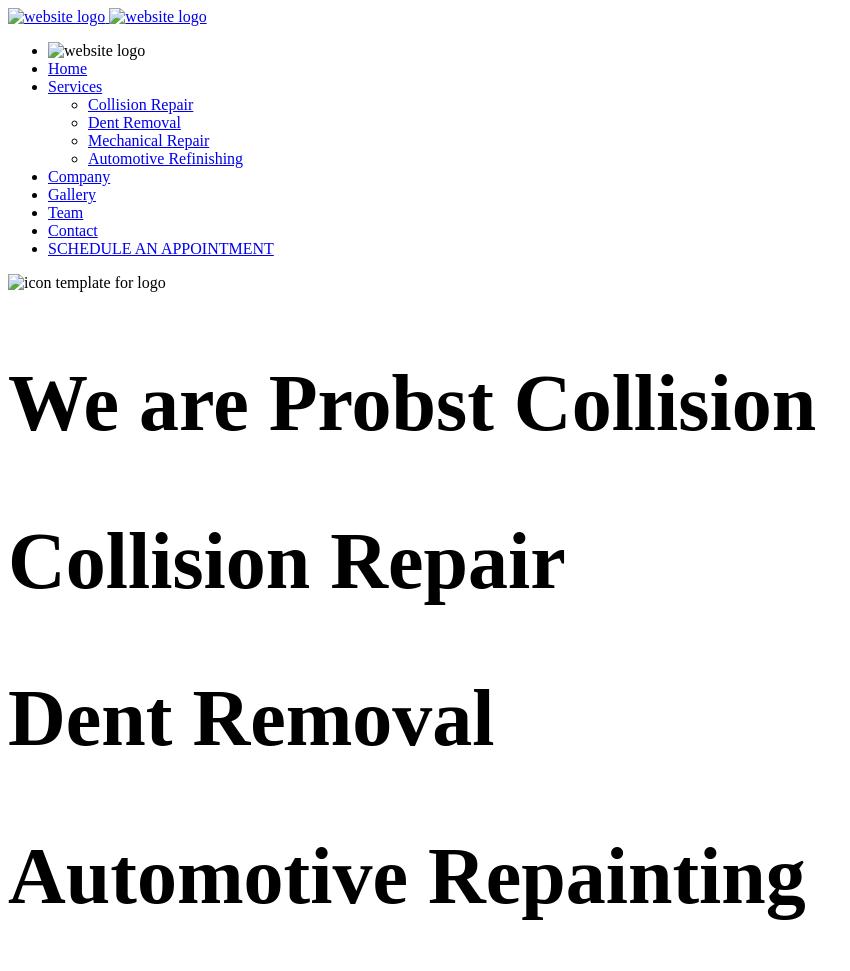  What do you see at coordinates (6, 401) in the screenshot?
I see `'We are'` at bounding box center [6, 401].